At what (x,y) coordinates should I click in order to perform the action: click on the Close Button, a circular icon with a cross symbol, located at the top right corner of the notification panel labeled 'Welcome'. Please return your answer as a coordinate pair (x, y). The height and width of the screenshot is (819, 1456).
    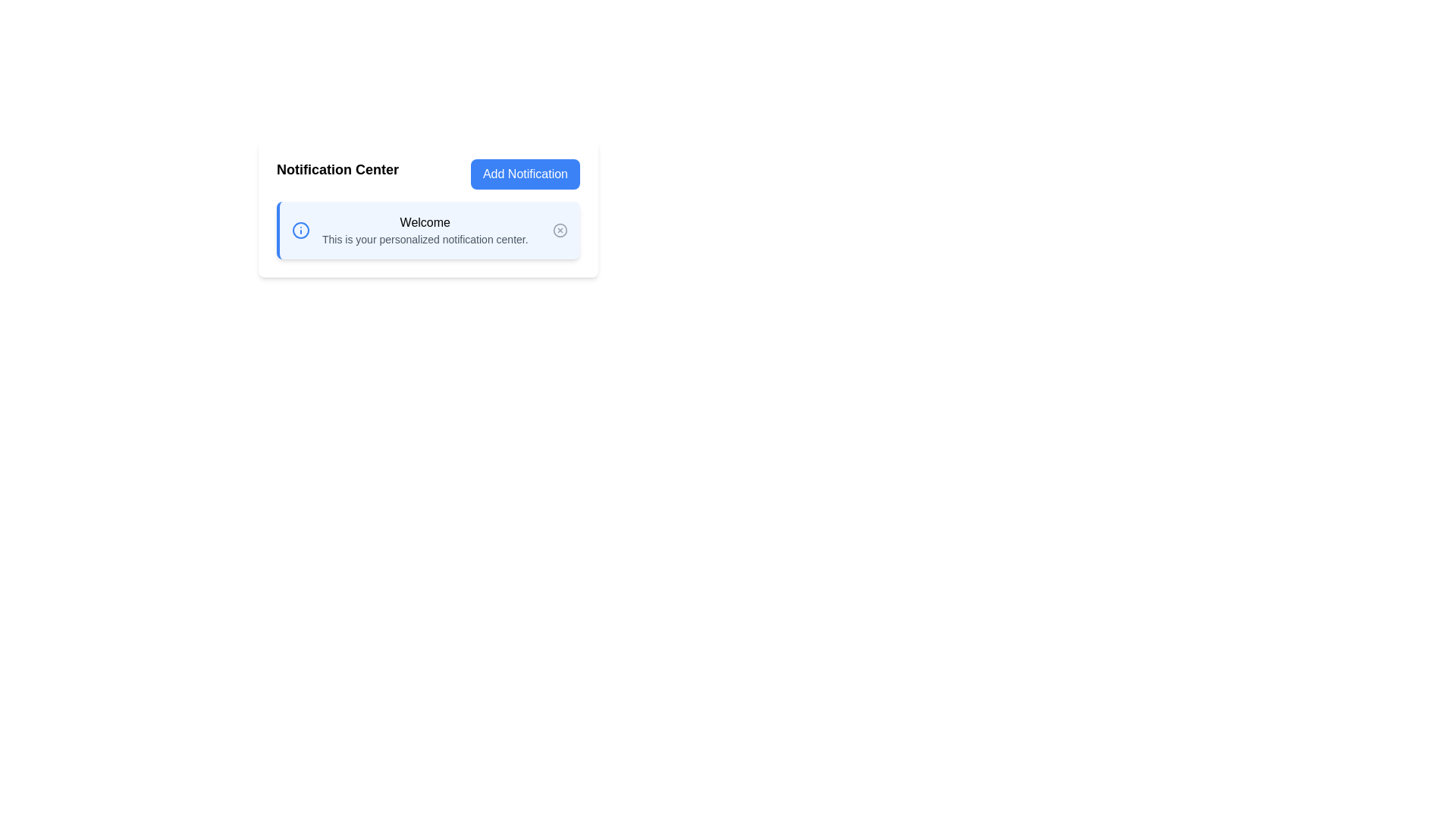
    Looking at the image, I should click on (560, 231).